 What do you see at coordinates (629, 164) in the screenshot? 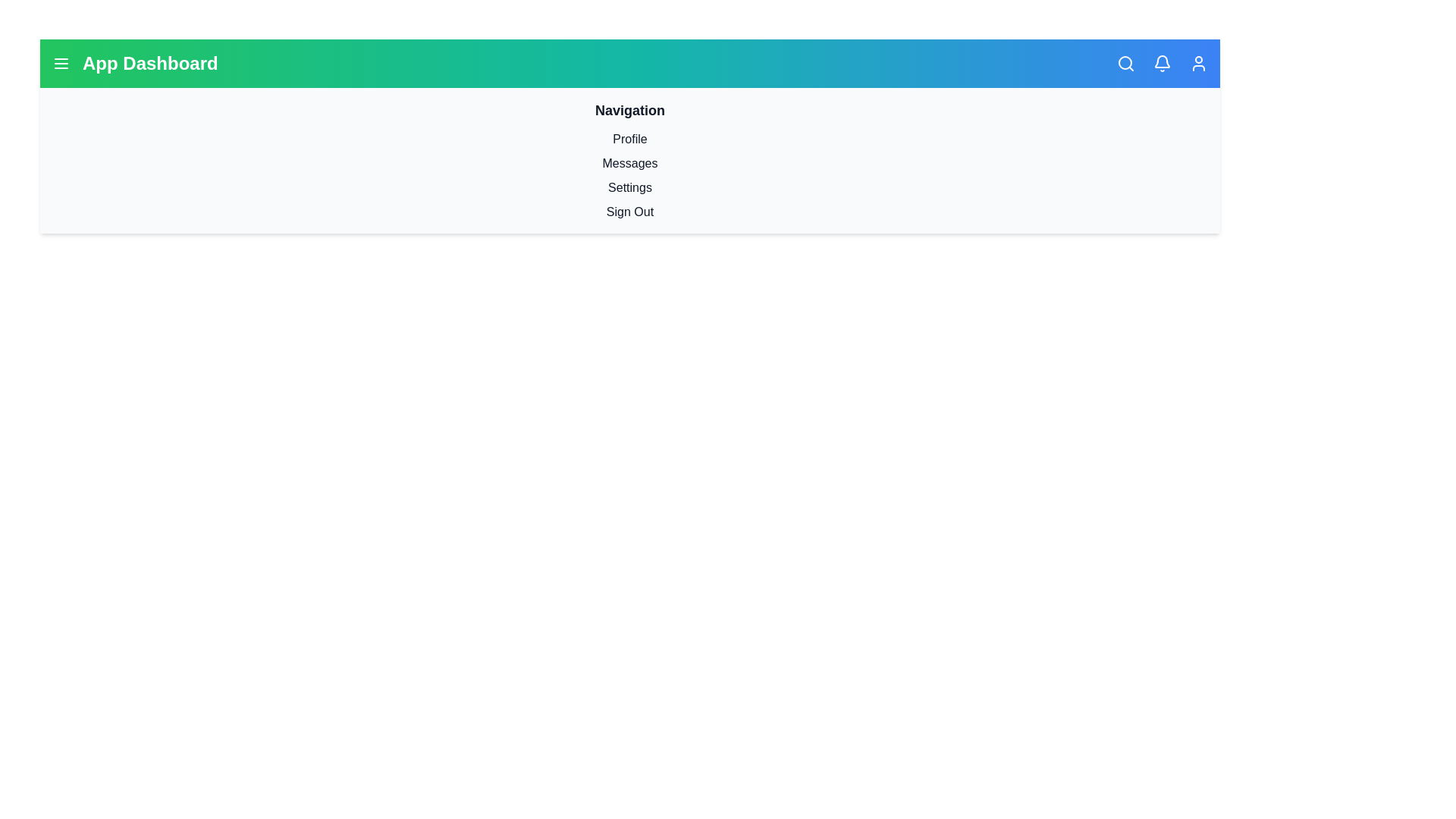
I see `the menu item labeled Messages to navigate to the respective section` at bounding box center [629, 164].